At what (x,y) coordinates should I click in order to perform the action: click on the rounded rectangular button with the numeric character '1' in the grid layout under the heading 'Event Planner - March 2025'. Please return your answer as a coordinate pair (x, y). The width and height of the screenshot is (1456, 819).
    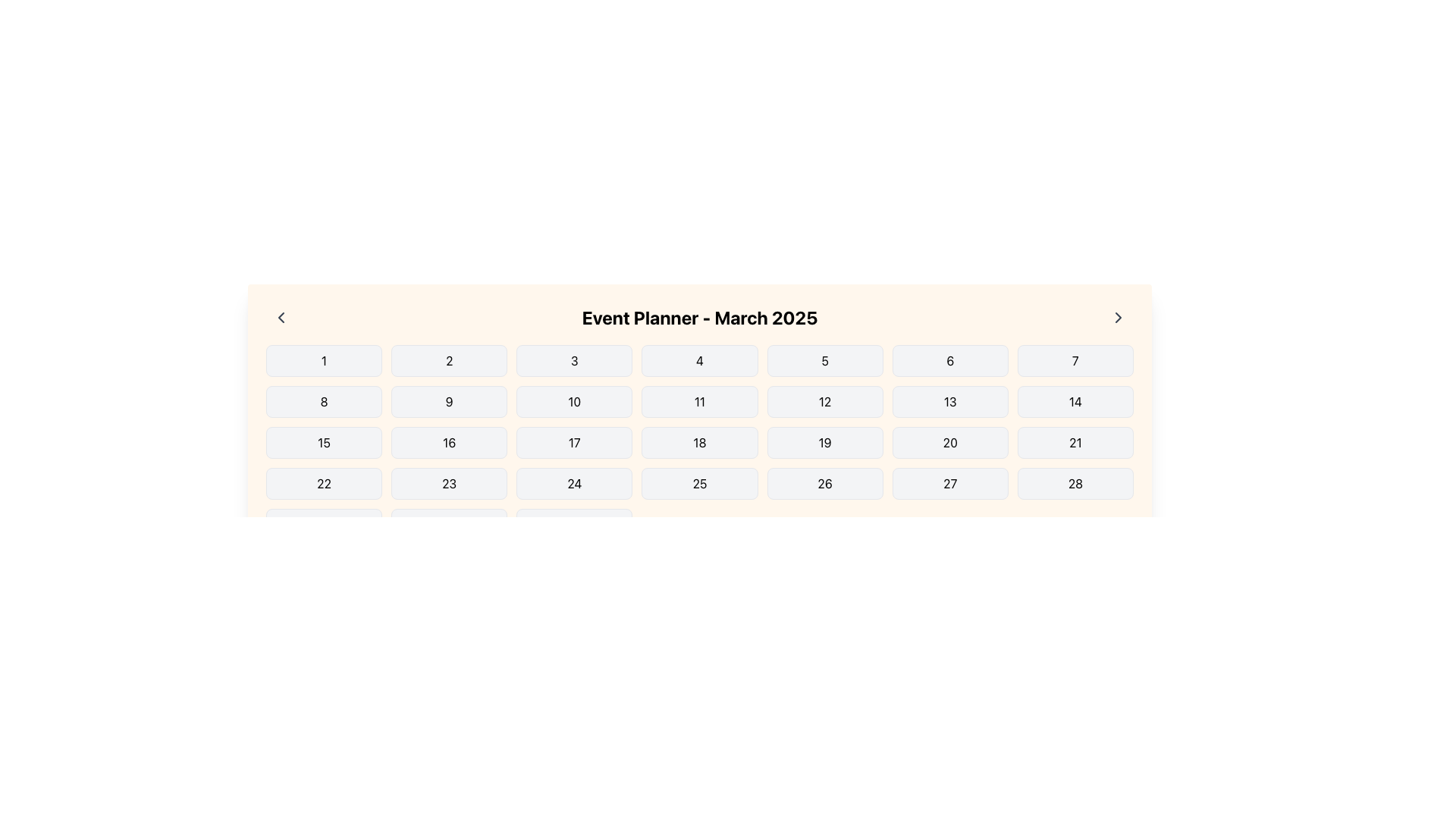
    Looking at the image, I should click on (323, 360).